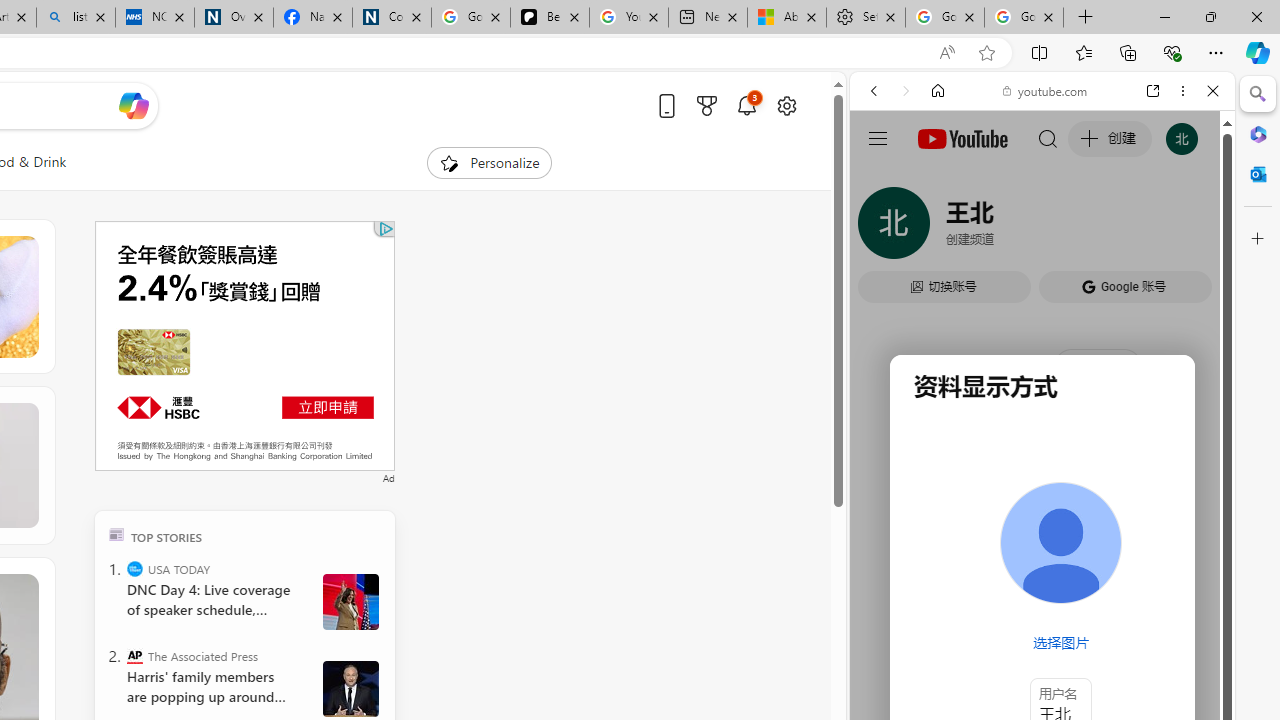  Describe the element at coordinates (881, 227) in the screenshot. I see `'Search Filter, WEB'` at that location.